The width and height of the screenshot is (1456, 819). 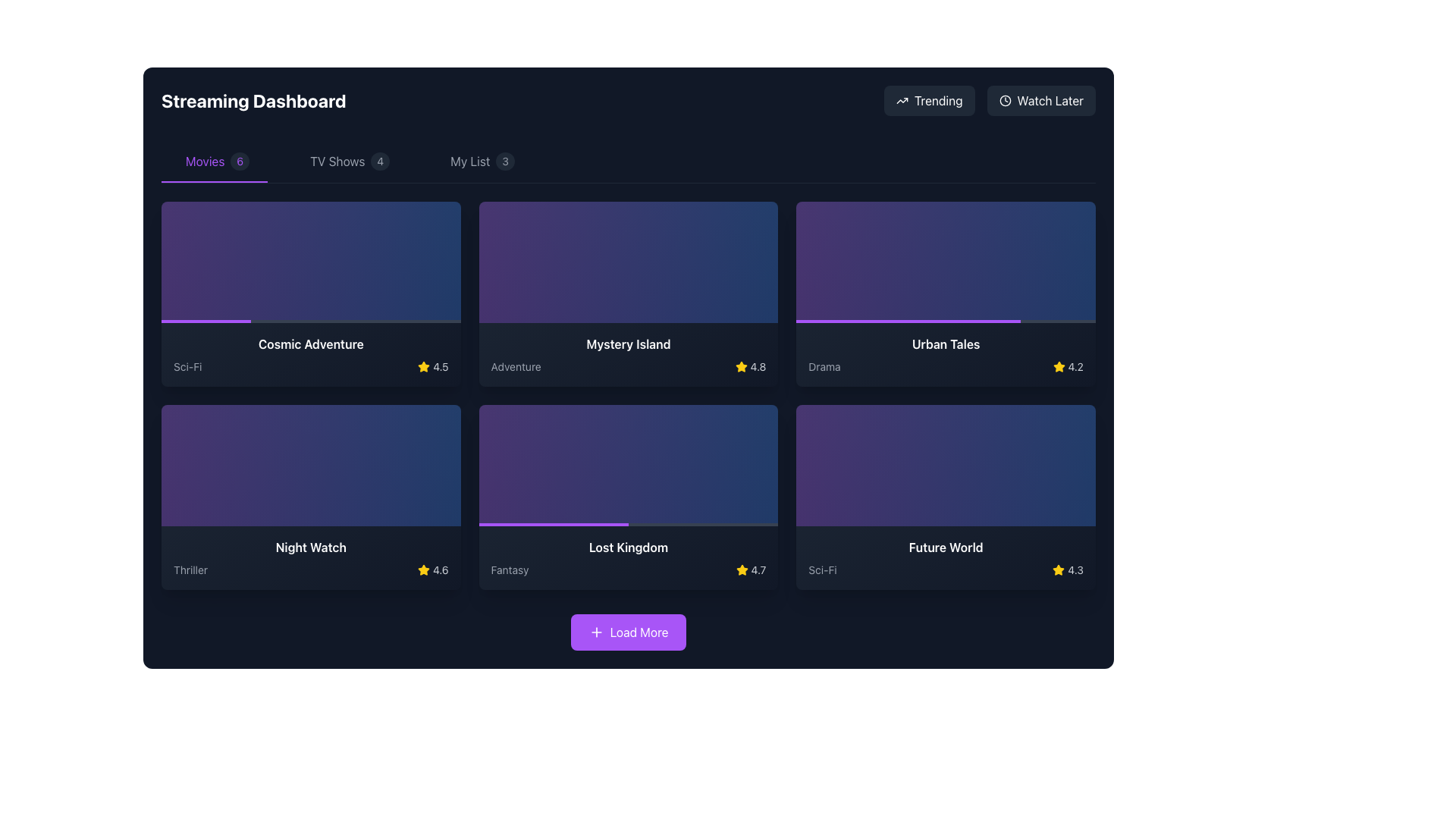 What do you see at coordinates (629, 523) in the screenshot?
I see `the progress bar located at the bottom of the 'Lost Kingdom' card, which has a gray background and a purple filled section indicating progress` at bounding box center [629, 523].